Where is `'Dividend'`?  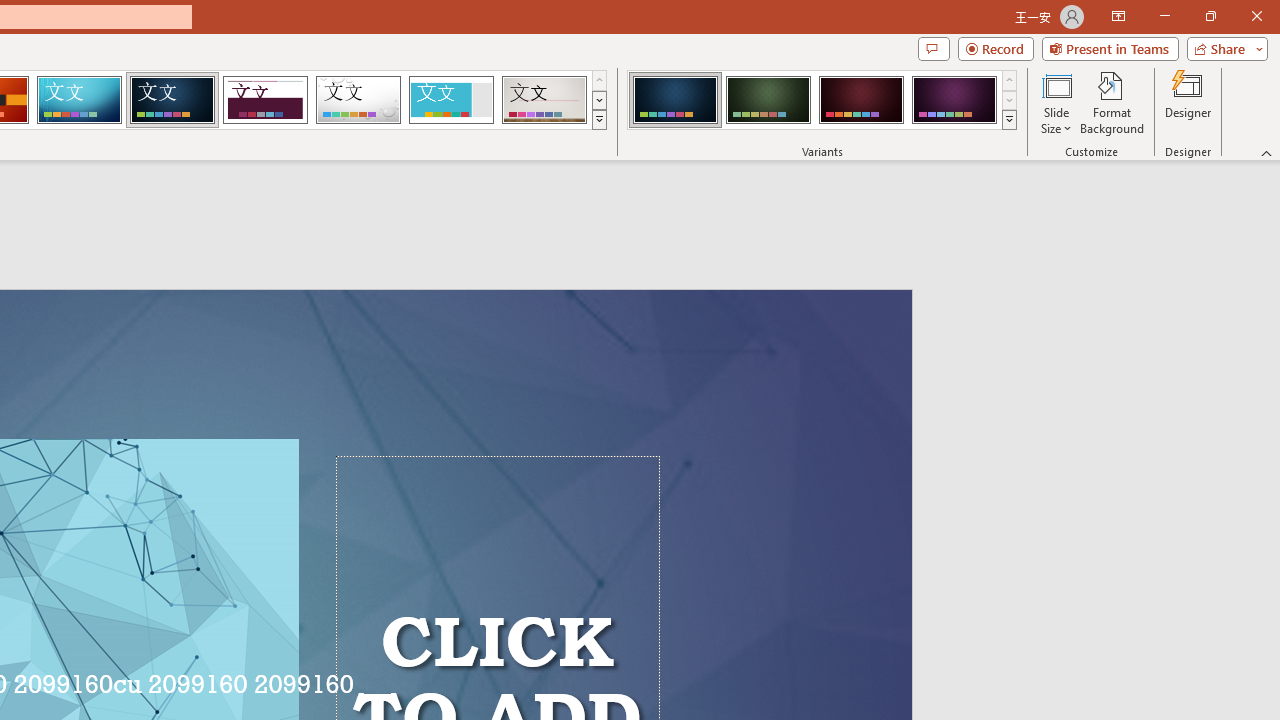 'Dividend' is located at coordinates (264, 100).